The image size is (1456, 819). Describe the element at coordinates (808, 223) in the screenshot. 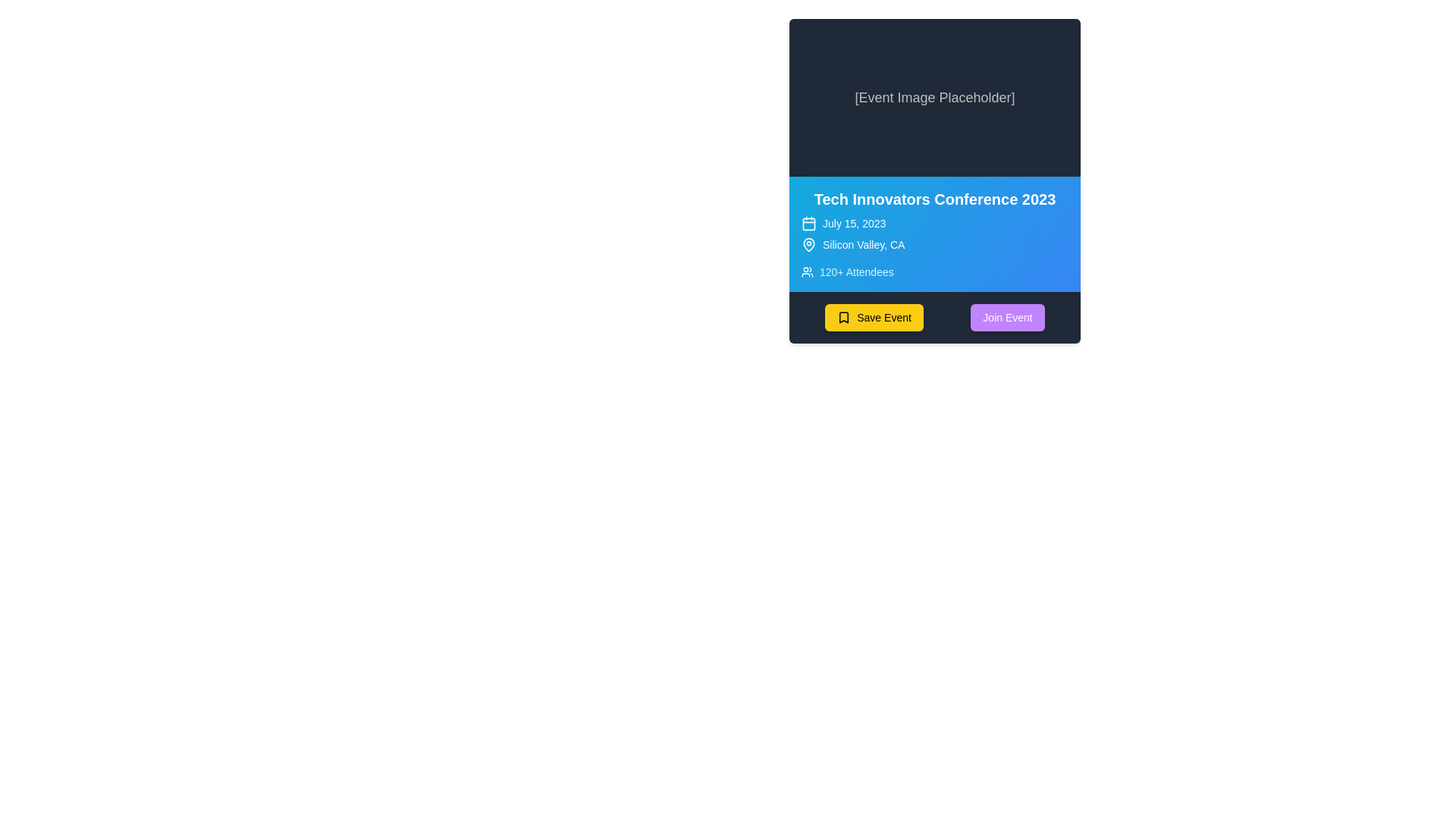

I see `the calendar icon, which is a white outline design with rounded corners, located to the left of the text 'July 15, 2023' in the event information panel` at that location.